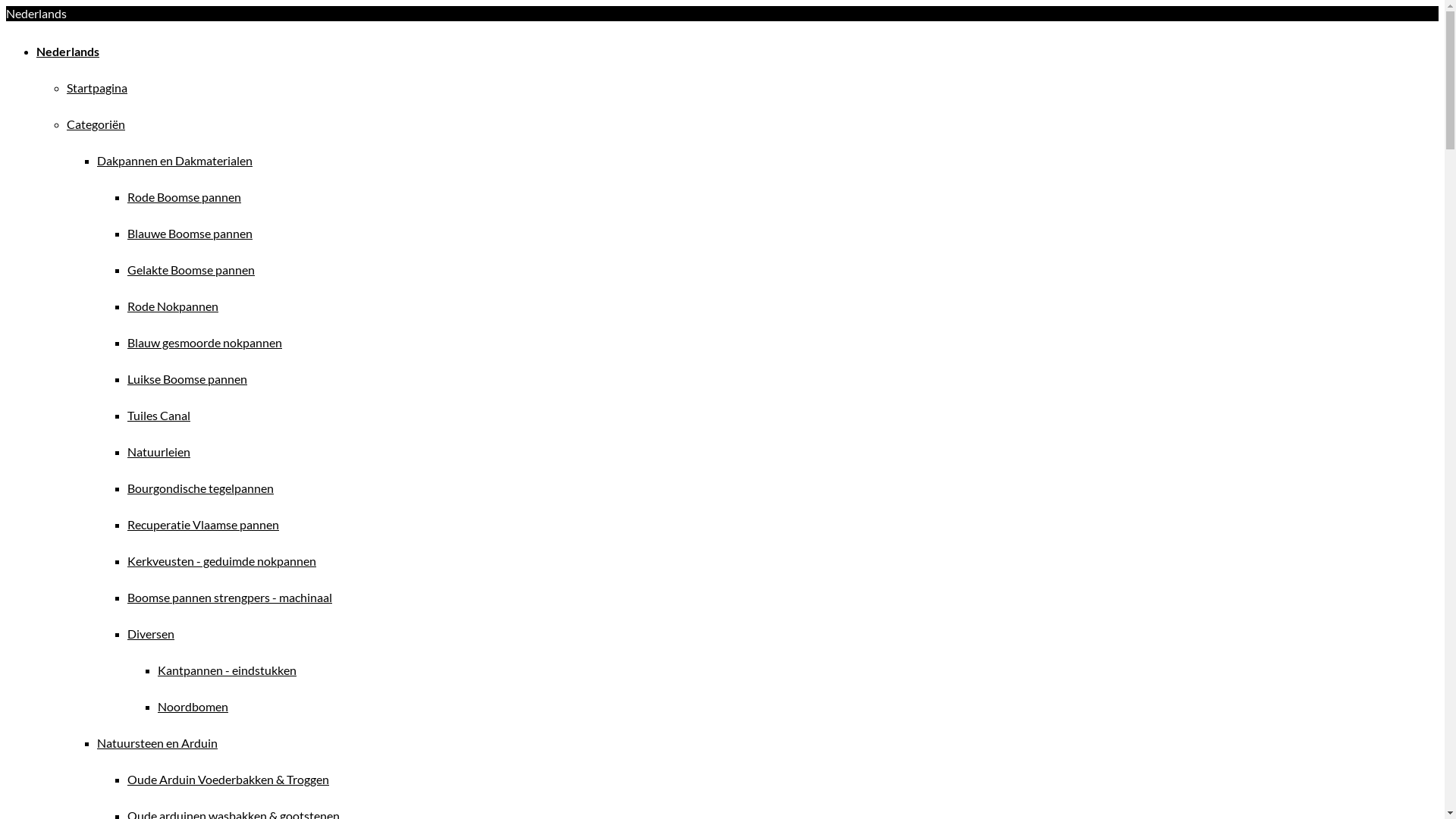  Describe the element at coordinates (65, 87) in the screenshot. I see `'Startpagina'` at that location.